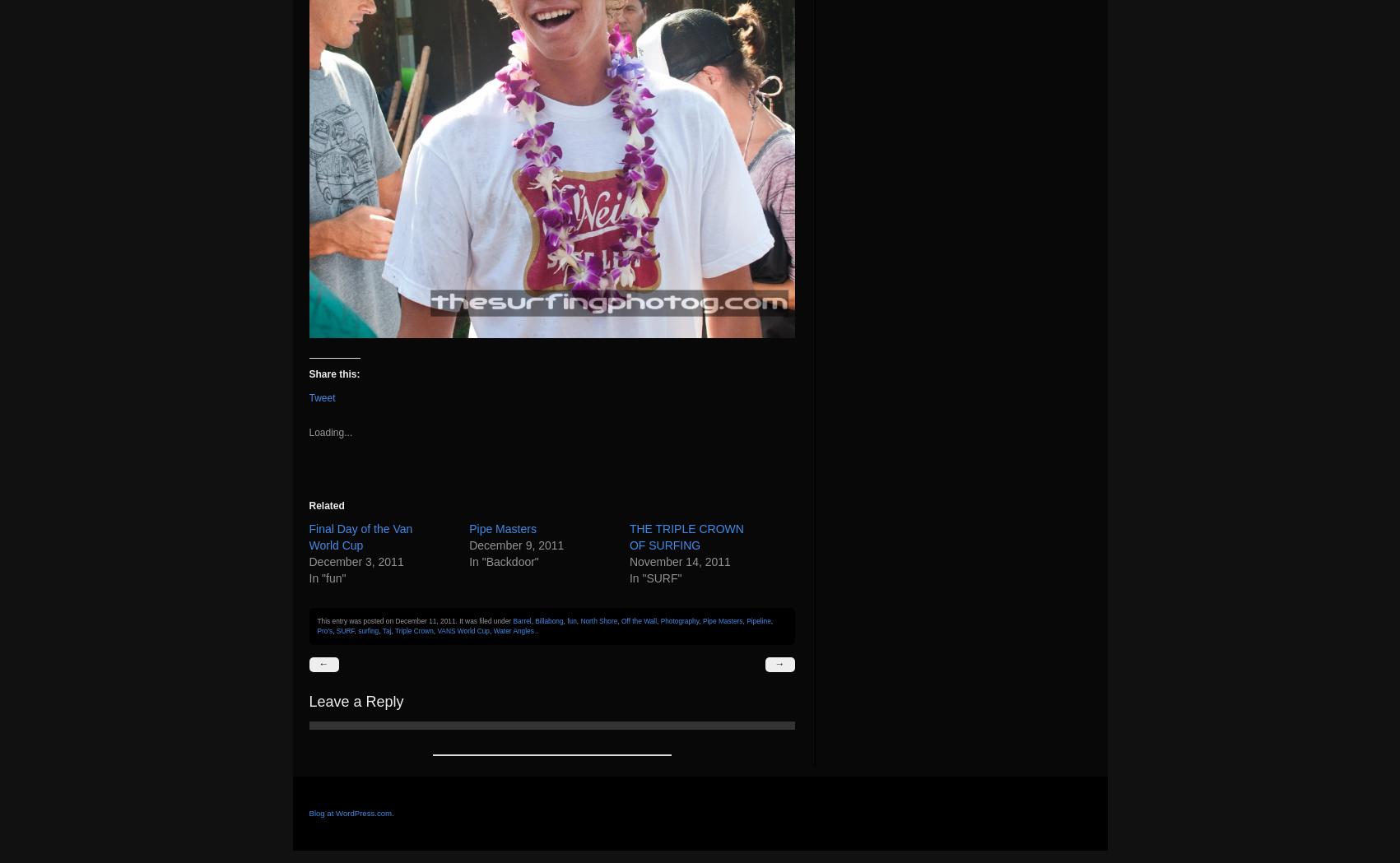  I want to click on 'VANS World Cup', so click(463, 630).